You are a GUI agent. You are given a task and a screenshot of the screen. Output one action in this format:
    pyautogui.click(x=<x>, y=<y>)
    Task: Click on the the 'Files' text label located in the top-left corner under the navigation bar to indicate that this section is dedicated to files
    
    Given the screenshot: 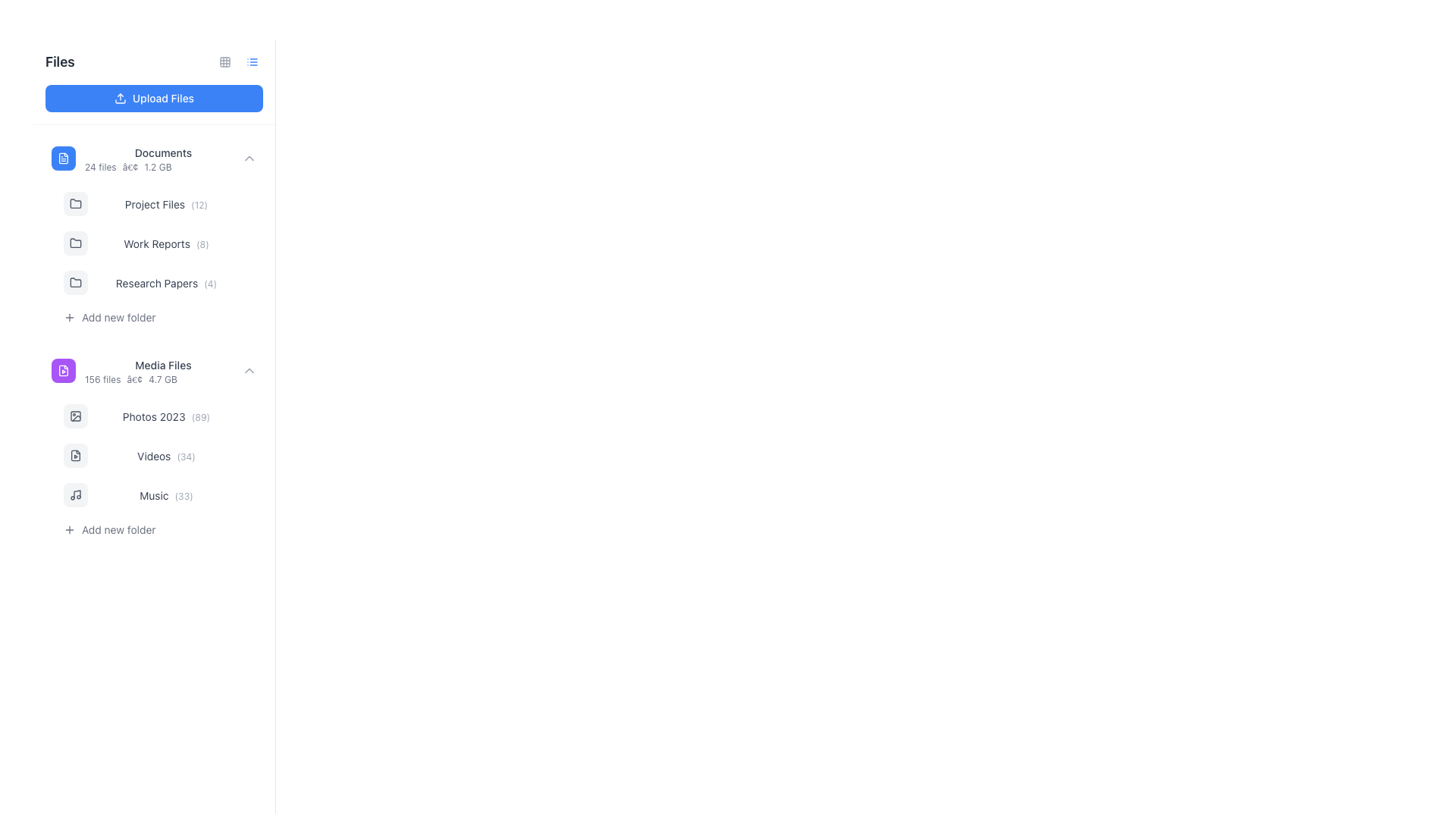 What is the action you would take?
    pyautogui.click(x=60, y=61)
    